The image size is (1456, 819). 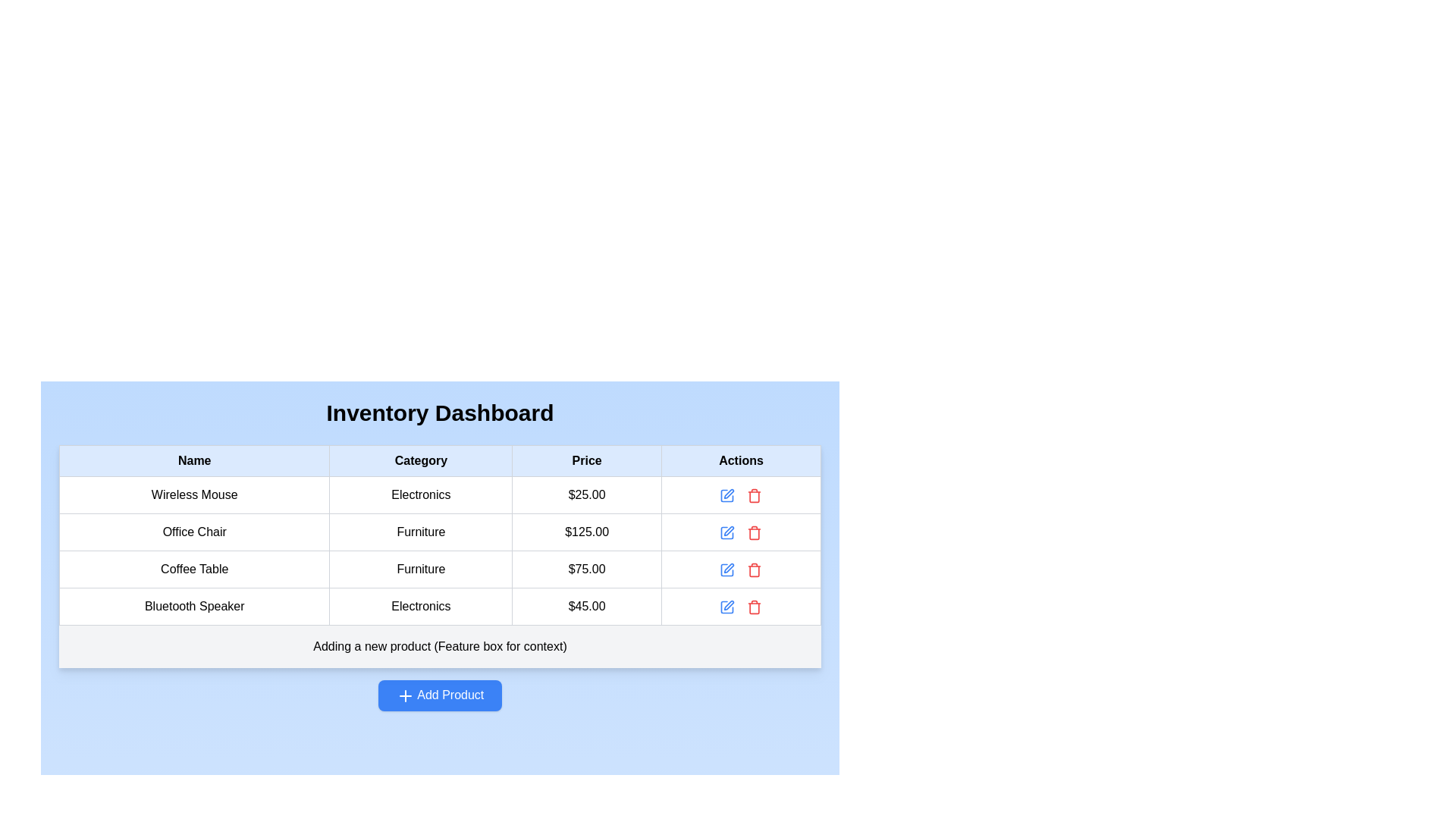 I want to click on the 'Bluetooth Speaker' label in the inventory list, which is located on the fourth row under the 'Name' column, so click(x=193, y=605).